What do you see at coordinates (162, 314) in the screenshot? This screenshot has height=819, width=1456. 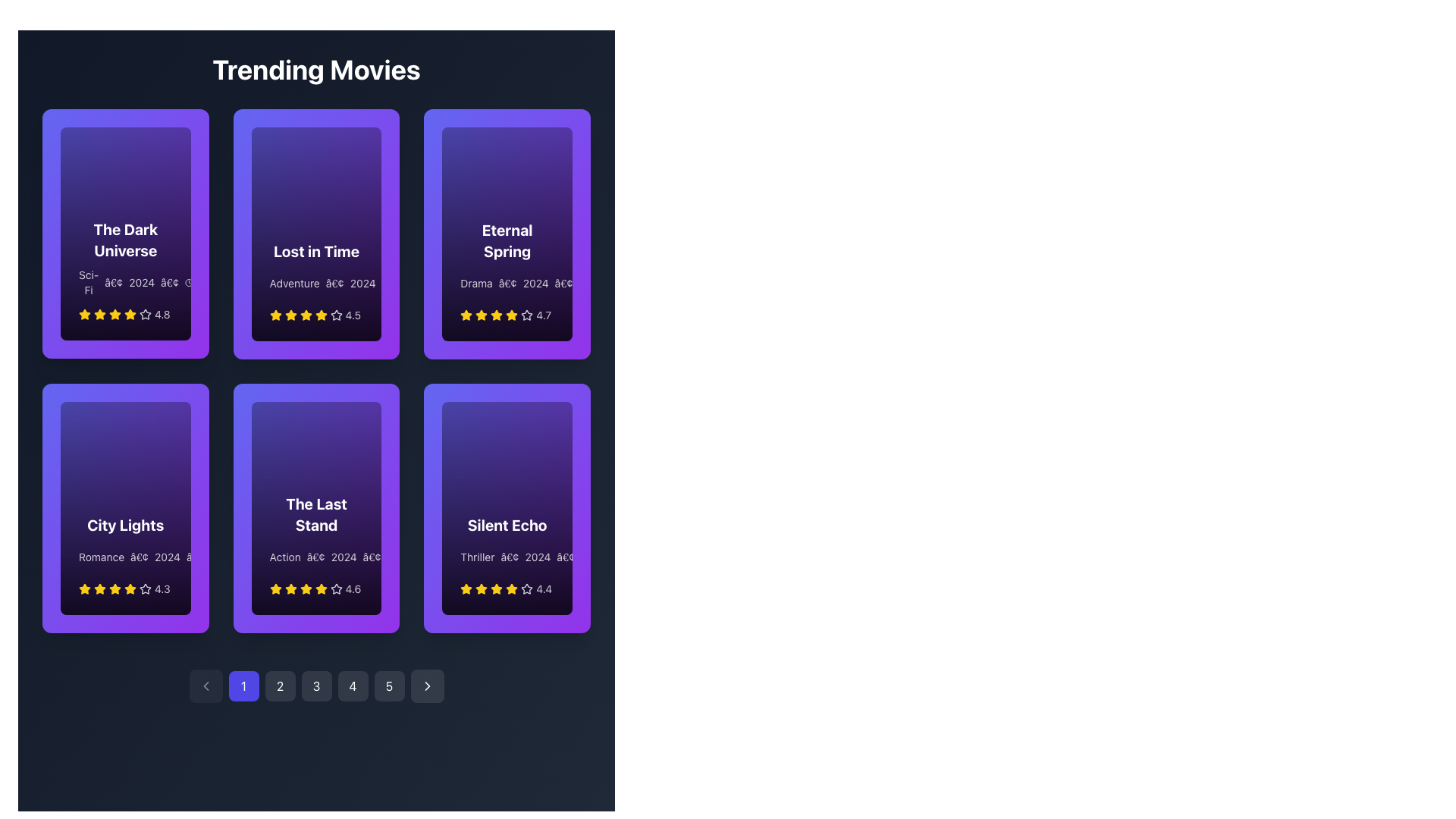 I see `the static text display showing the numerical rating for the movie 'The Dark Universe'` at bounding box center [162, 314].